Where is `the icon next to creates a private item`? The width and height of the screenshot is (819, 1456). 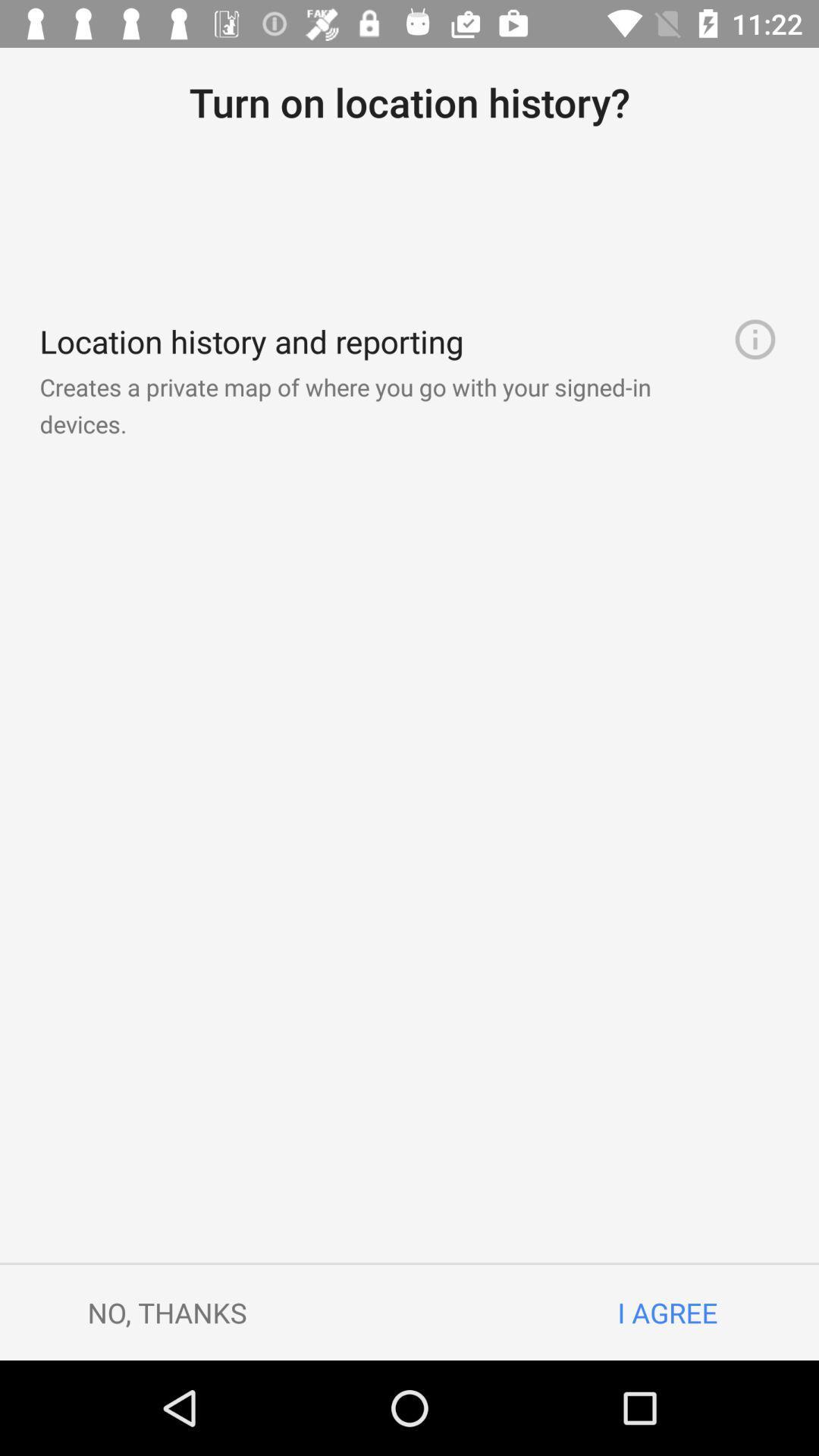 the icon next to creates a private item is located at coordinates (755, 338).